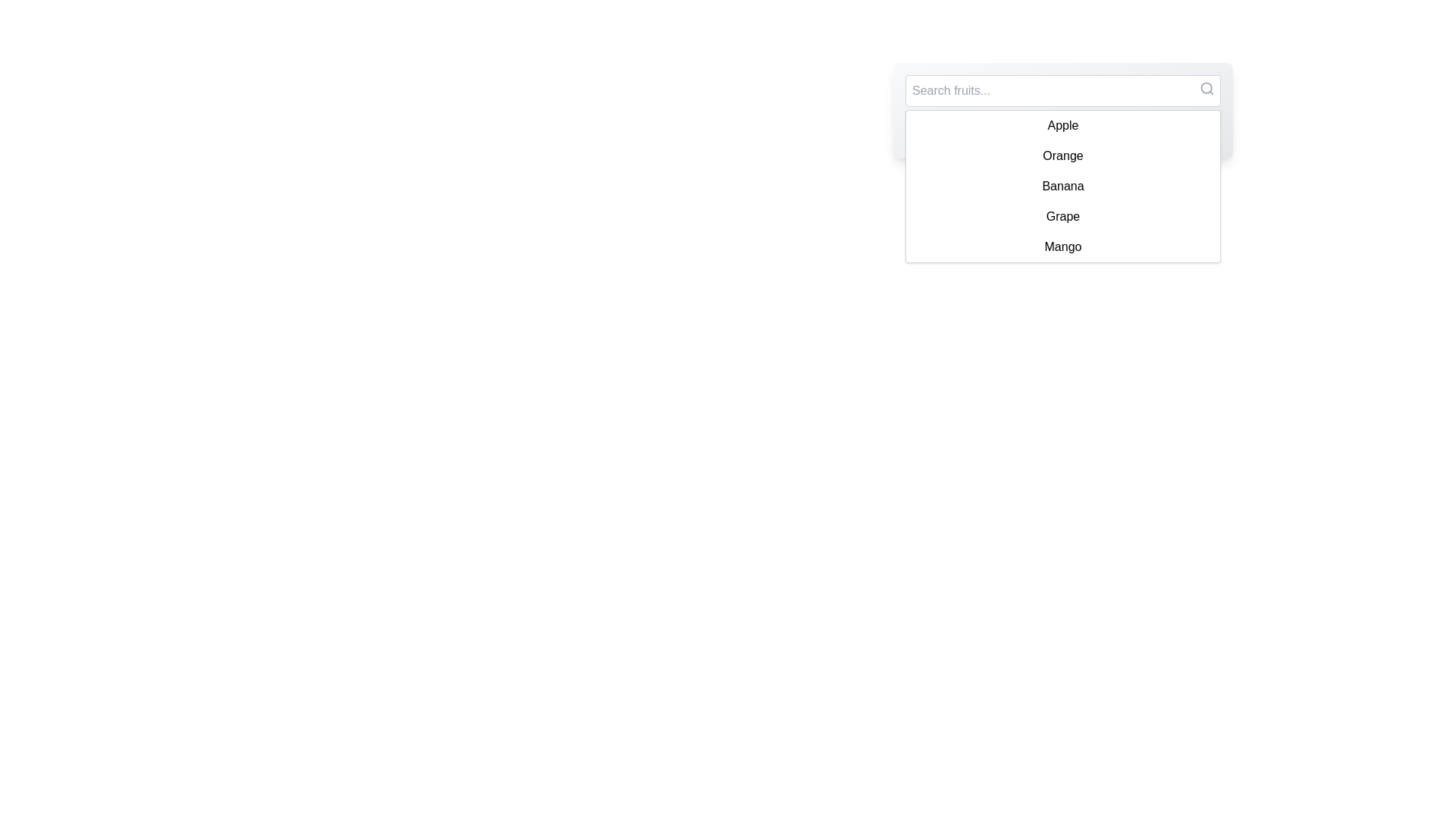 The image size is (1456, 819). Describe the element at coordinates (1062, 216) in the screenshot. I see `the text-based menu item labeled 'Grape' in the dropdown menu` at that location.